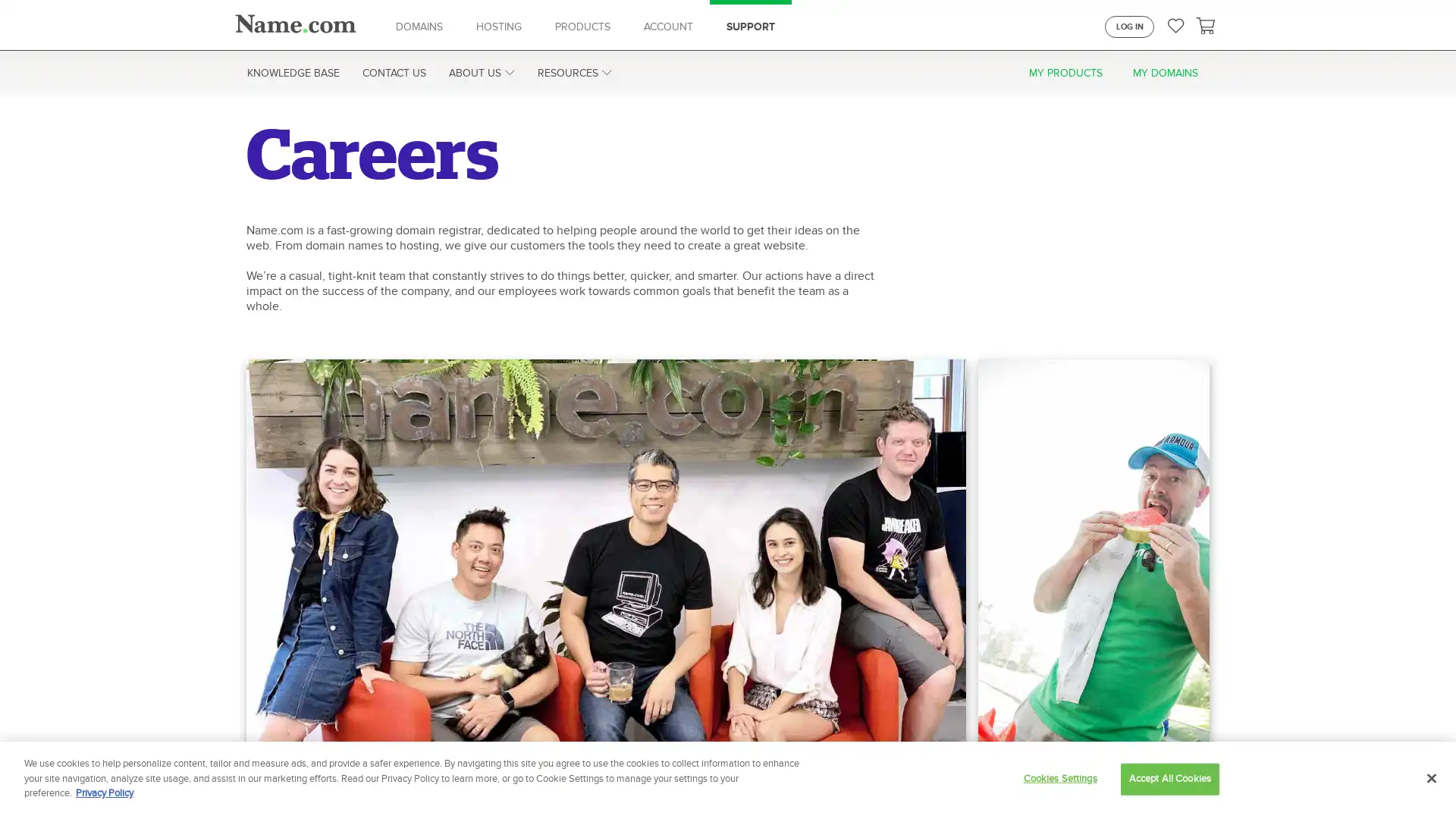  Describe the element at coordinates (1430, 778) in the screenshot. I see `Close` at that location.